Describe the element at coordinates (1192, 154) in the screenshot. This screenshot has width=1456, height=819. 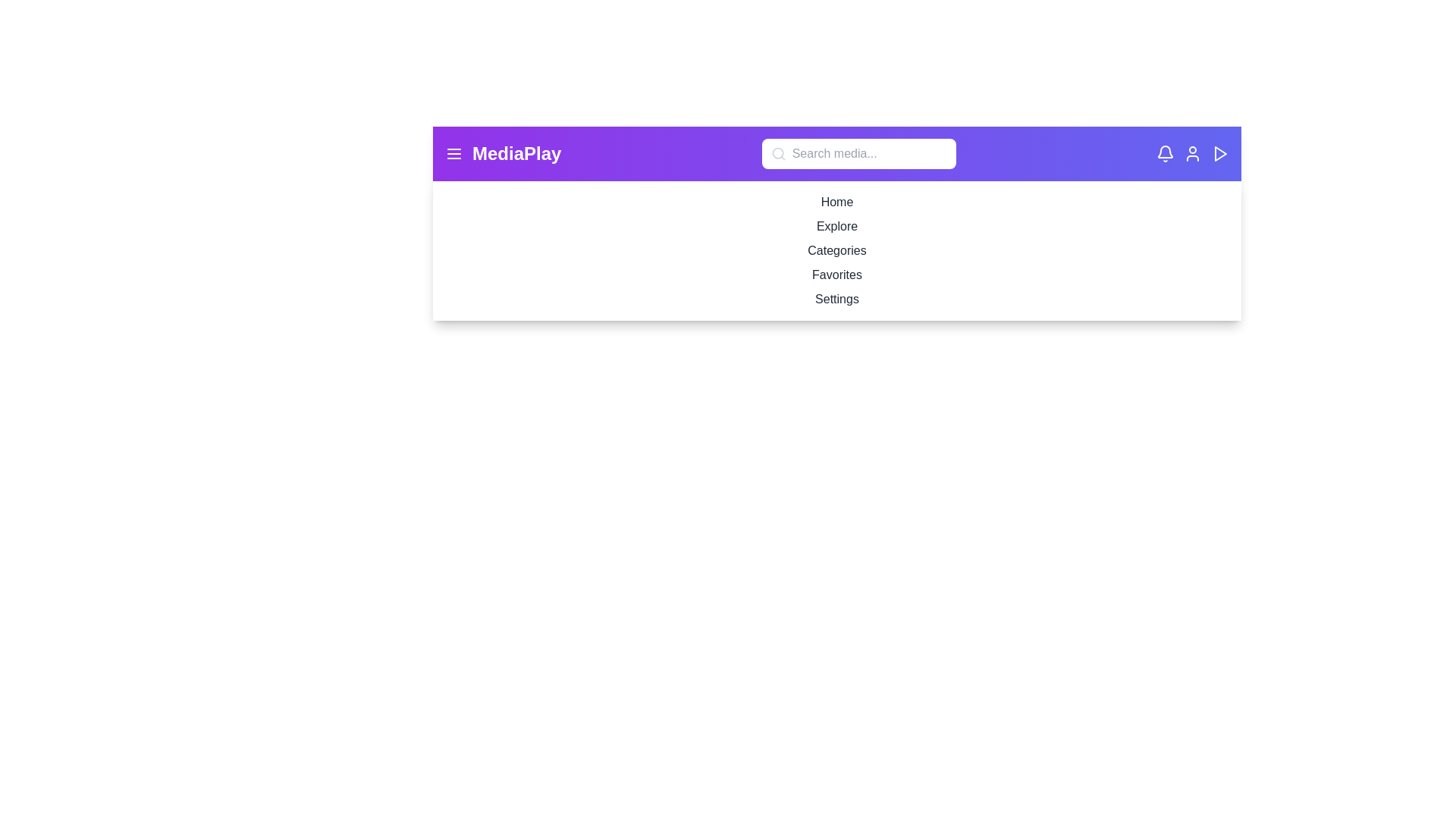
I see `the user icon button, which is a silhouette of a person located on the right side of the header bar, second-to-last in a sequence of icons` at that location.